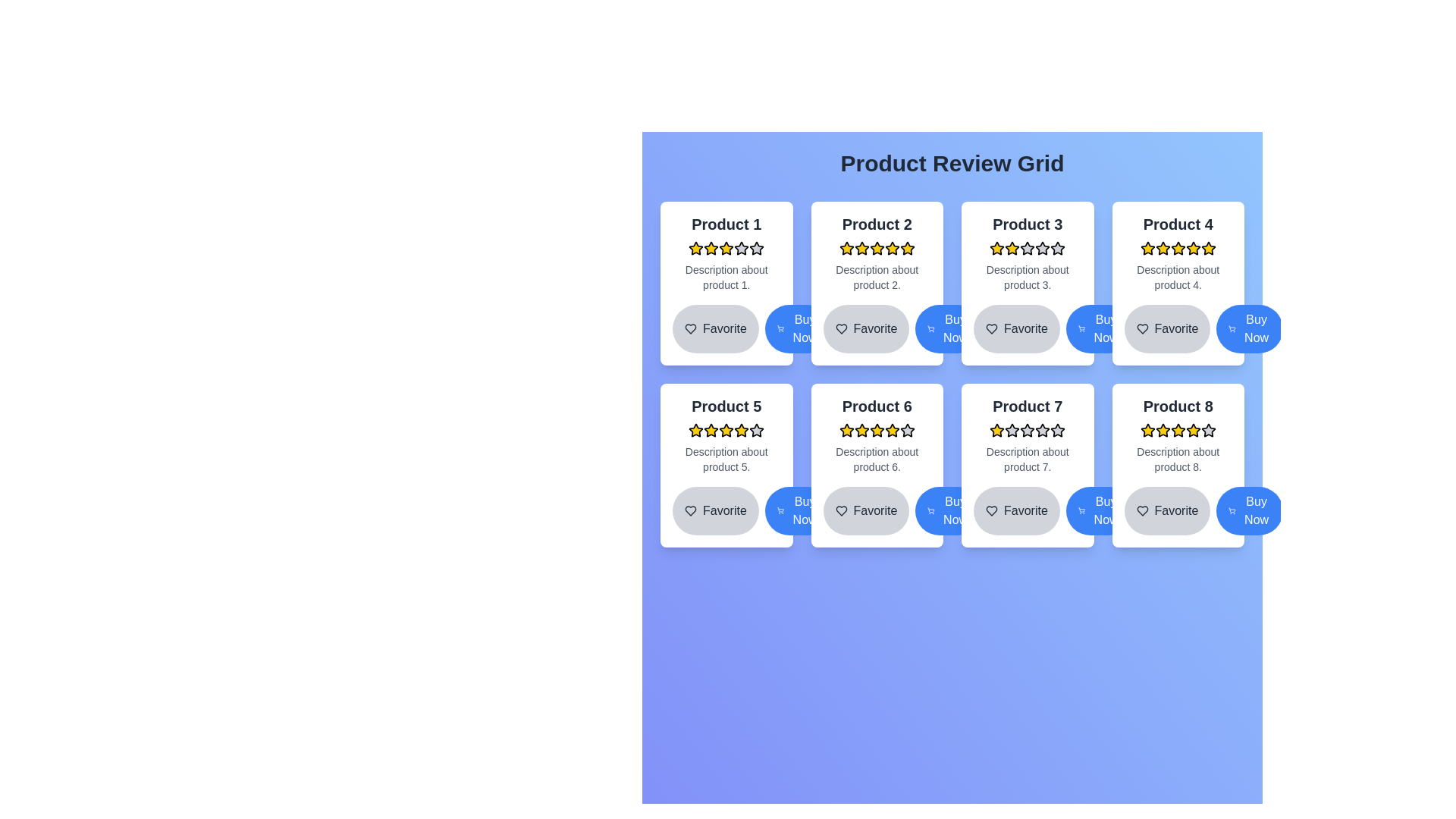 This screenshot has height=819, width=1456. What do you see at coordinates (1081, 511) in the screenshot?
I see `the appearance of the shopping cart icon located in the bottom-right corner of the 'Buy Now' button for 'Product 7'` at bounding box center [1081, 511].